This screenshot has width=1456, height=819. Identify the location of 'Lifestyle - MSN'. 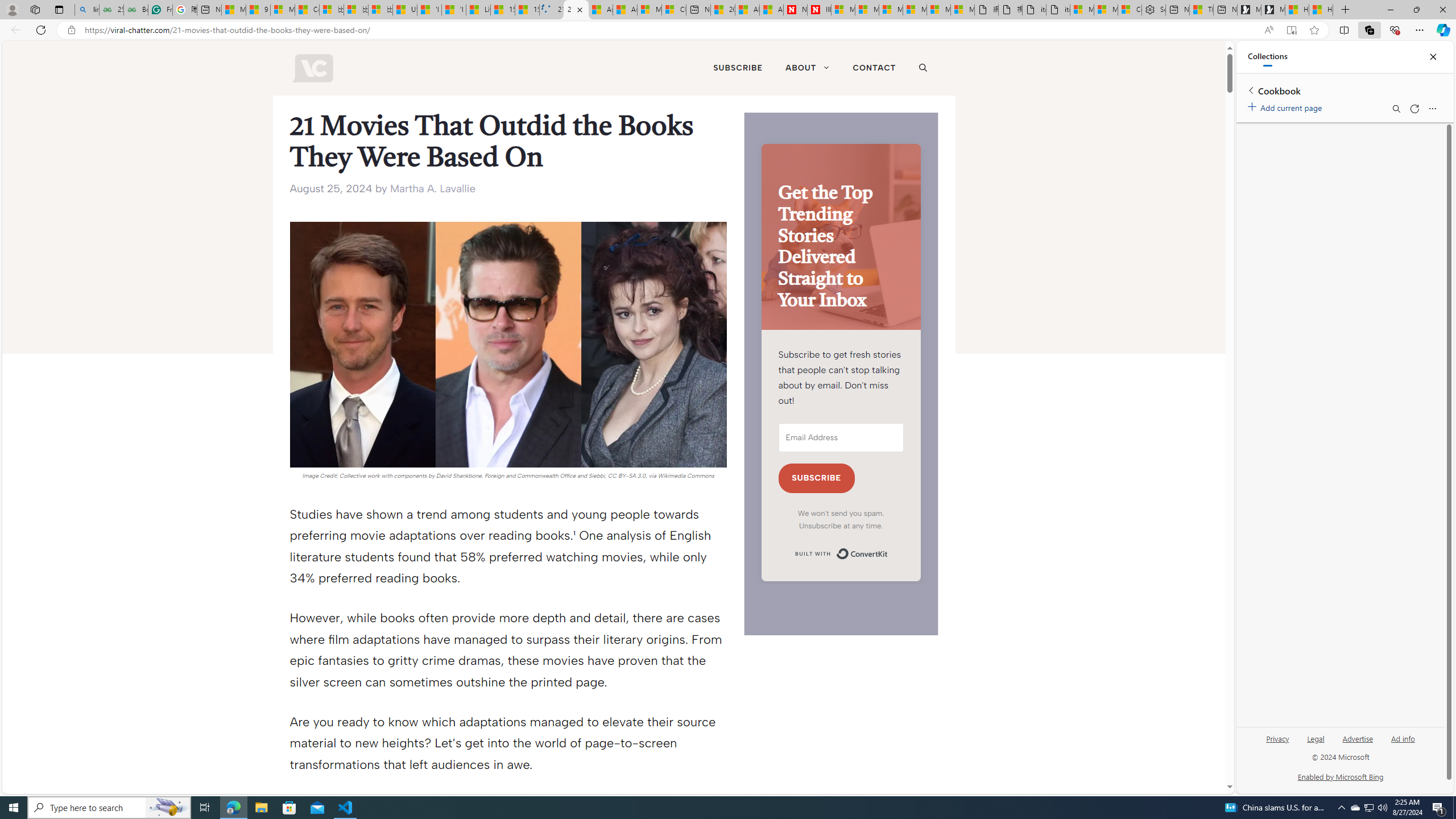
(477, 9).